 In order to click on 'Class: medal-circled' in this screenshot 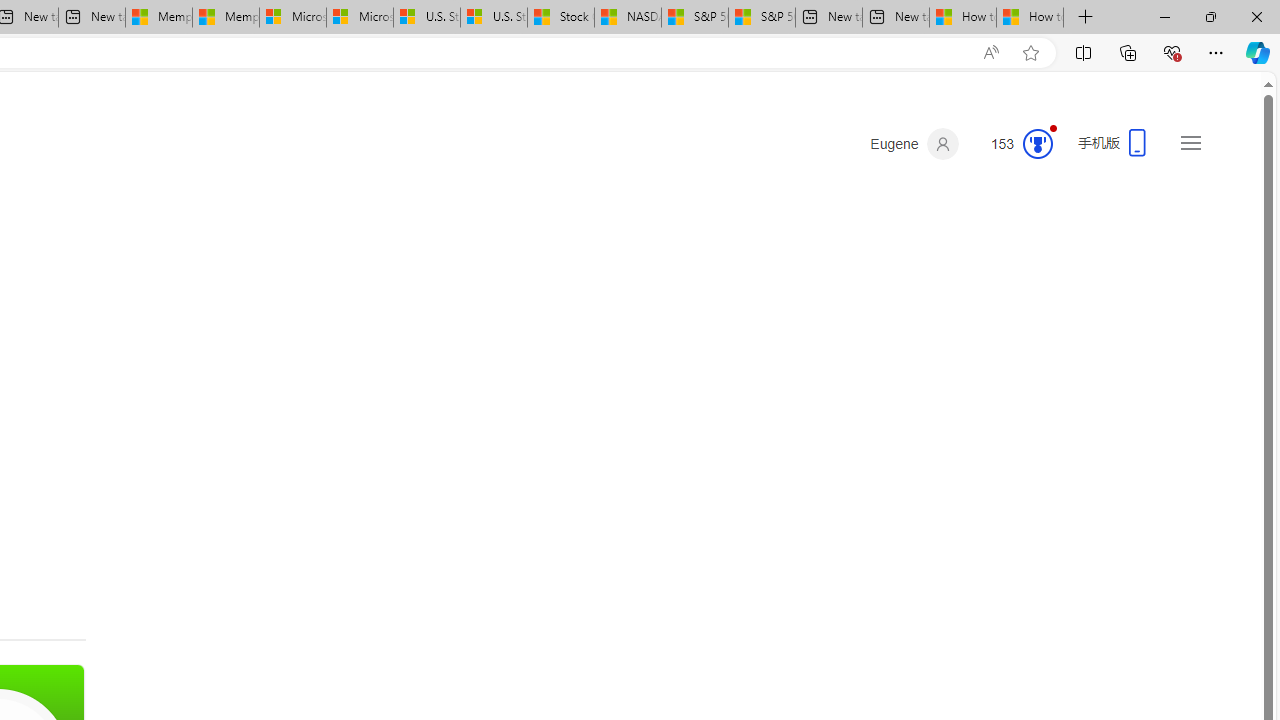, I will do `click(1037, 143)`.